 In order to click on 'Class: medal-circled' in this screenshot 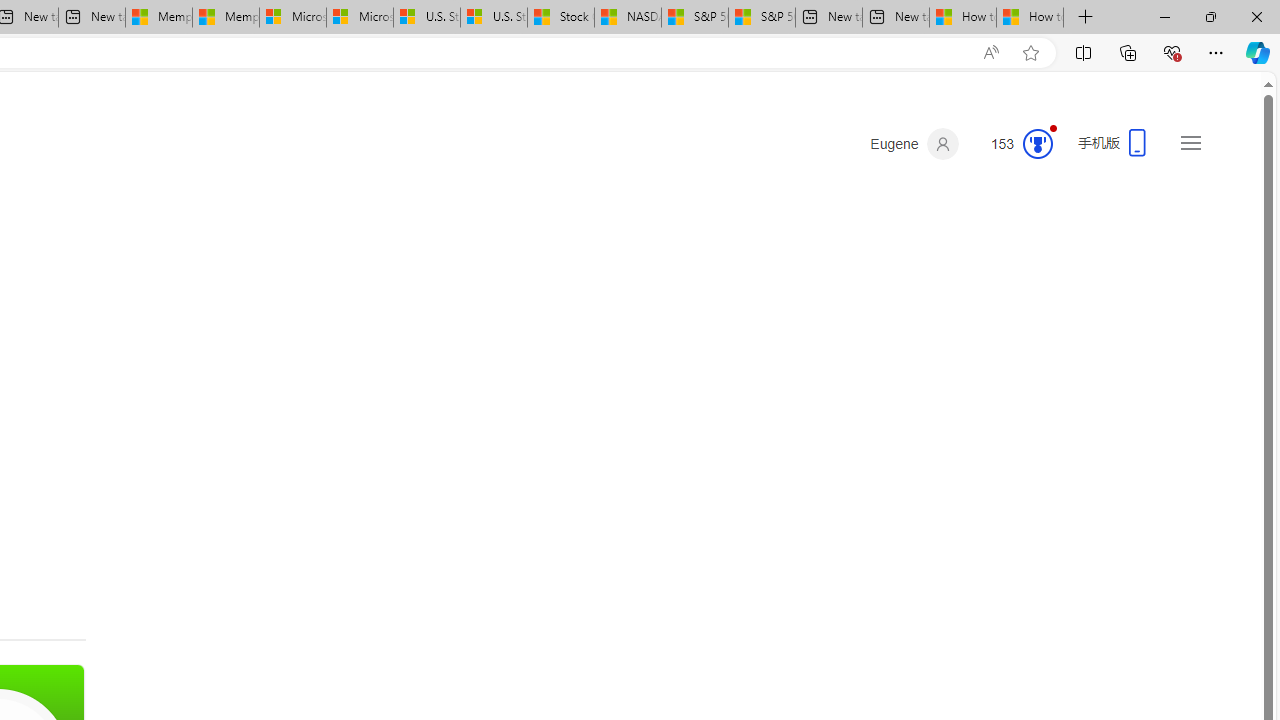, I will do `click(1037, 143)`.